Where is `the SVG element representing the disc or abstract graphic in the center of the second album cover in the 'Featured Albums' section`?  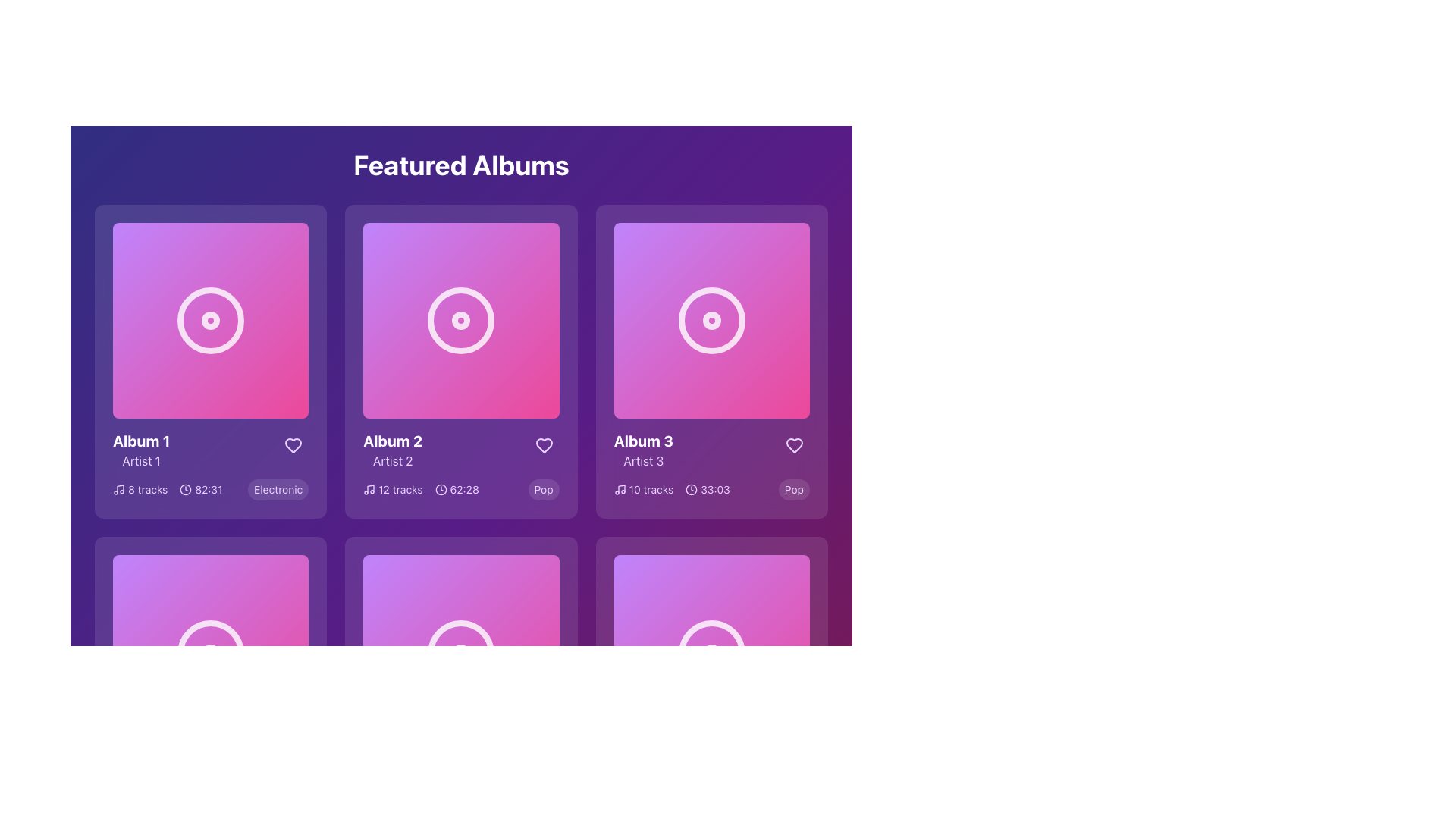
the SVG element representing the disc or abstract graphic in the center of the second album cover in the 'Featured Albums' section is located at coordinates (460, 320).